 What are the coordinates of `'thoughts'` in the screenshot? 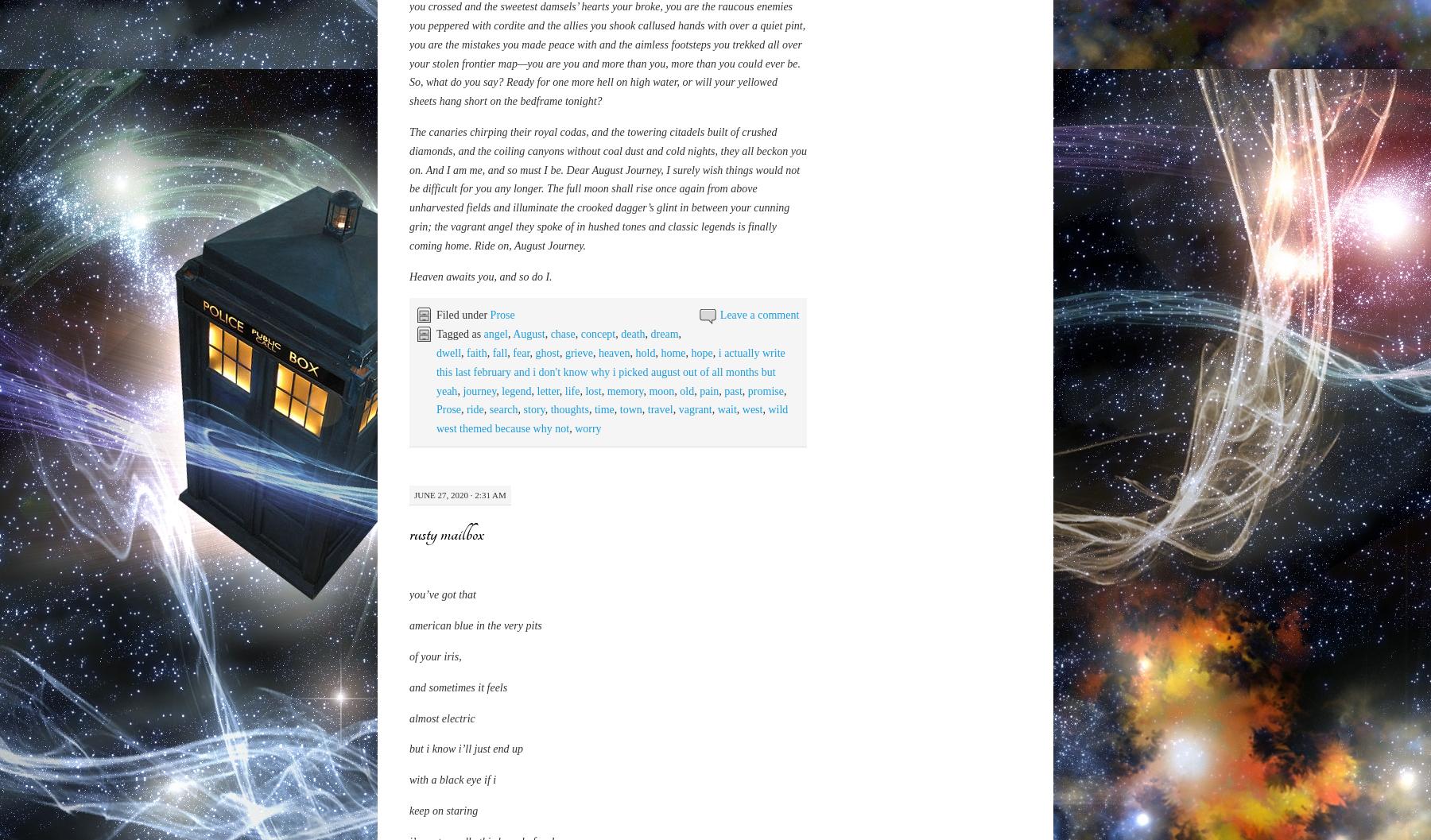 It's located at (568, 765).